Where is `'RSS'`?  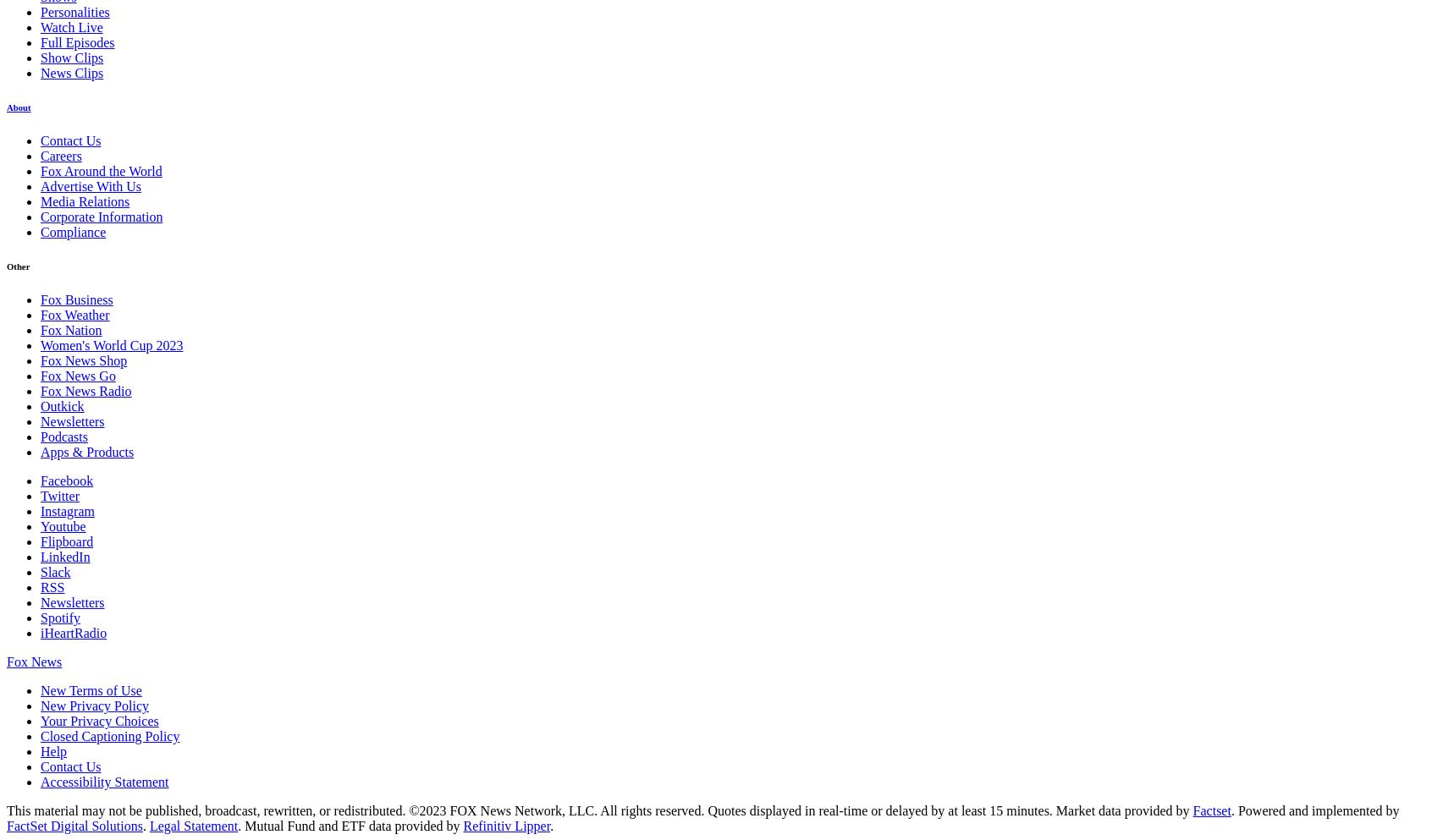 'RSS' is located at coordinates (51, 586).